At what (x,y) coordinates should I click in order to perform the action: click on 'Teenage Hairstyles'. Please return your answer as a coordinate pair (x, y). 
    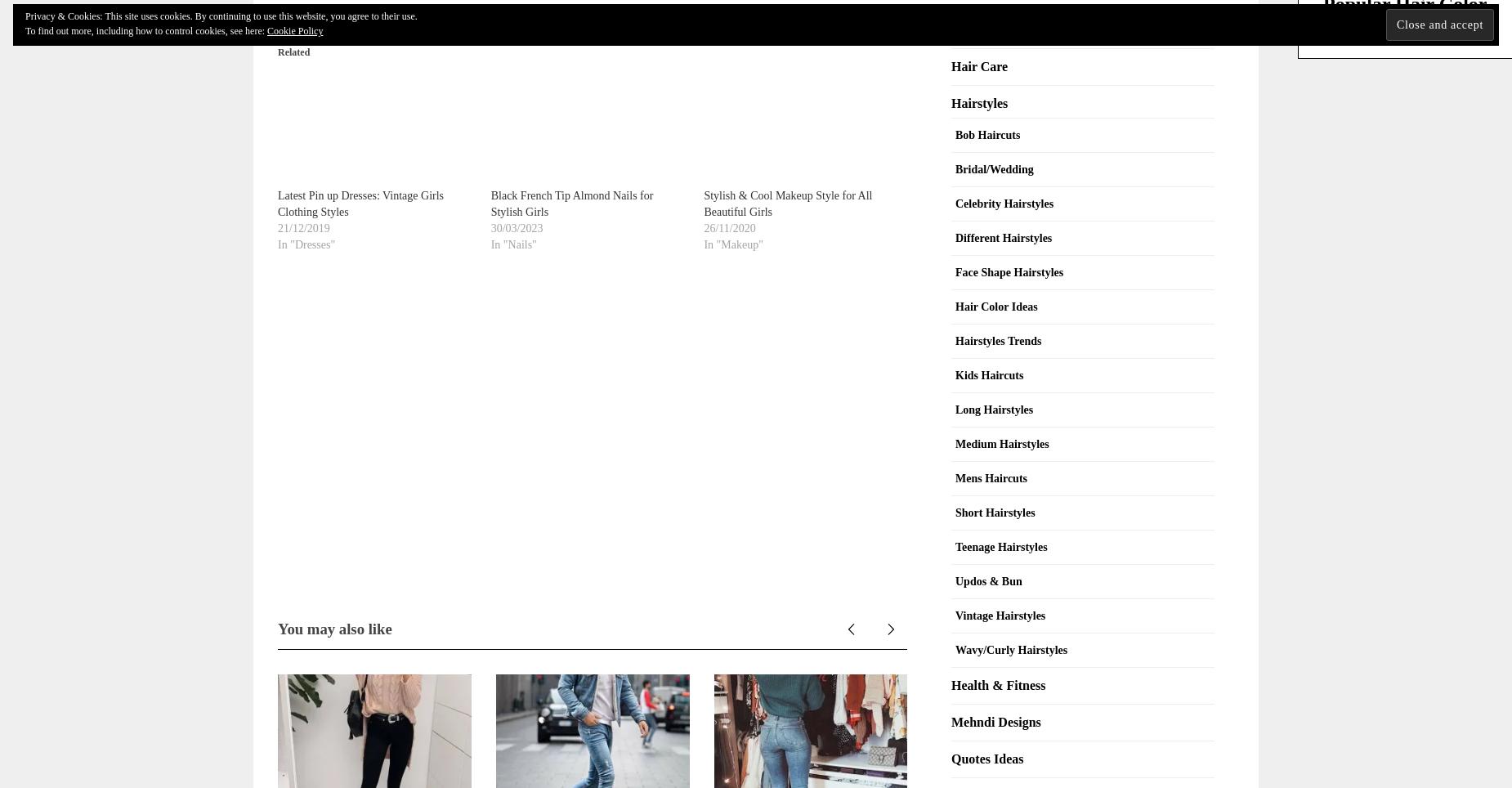
    Looking at the image, I should click on (1000, 545).